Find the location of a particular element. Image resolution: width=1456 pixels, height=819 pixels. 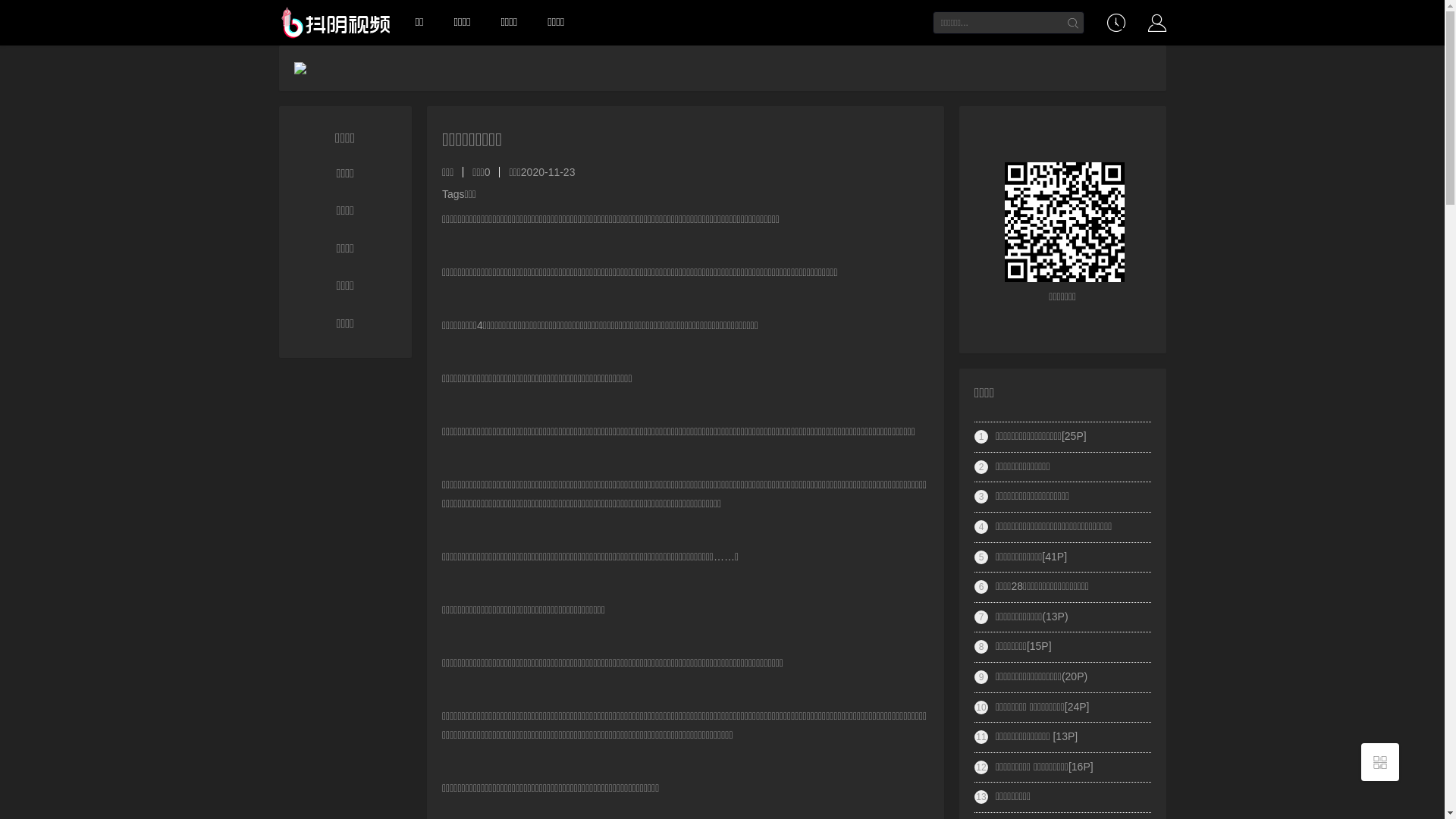

'https://www.38dav.com/xingaijiqiao/25814/' is located at coordinates (1062, 215).